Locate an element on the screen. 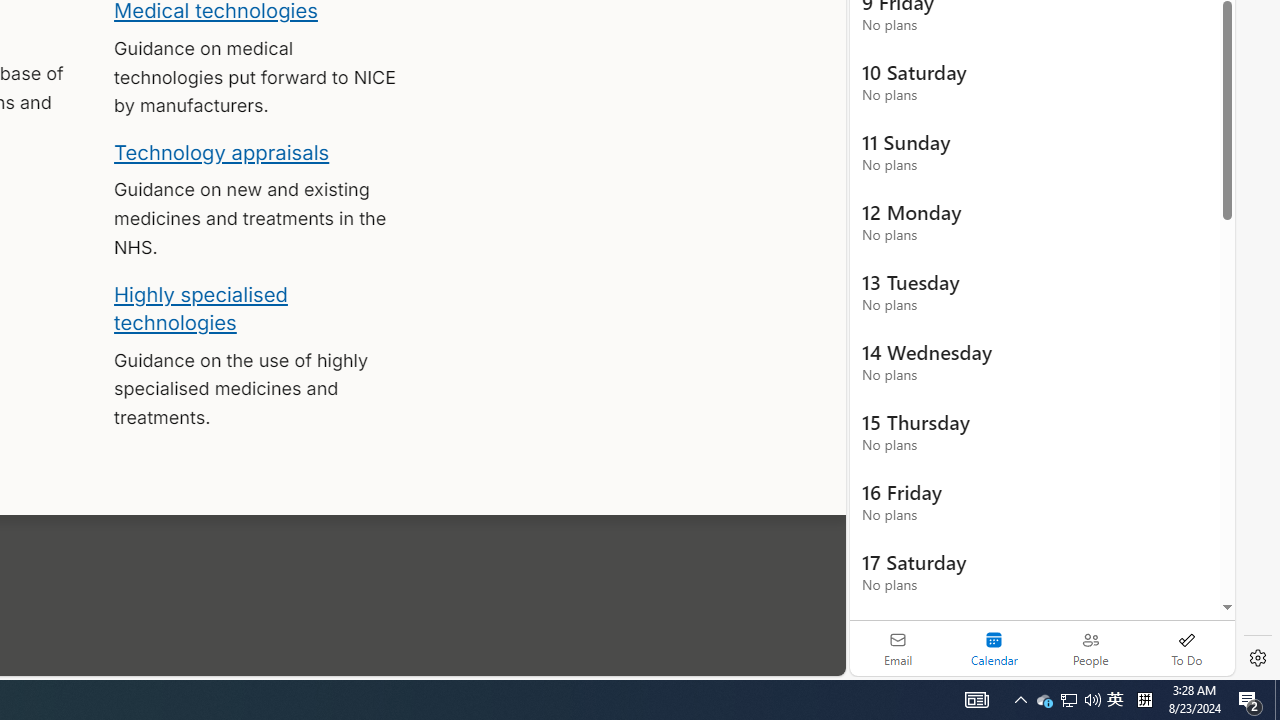  'To Do' is located at coordinates (1186, 648).